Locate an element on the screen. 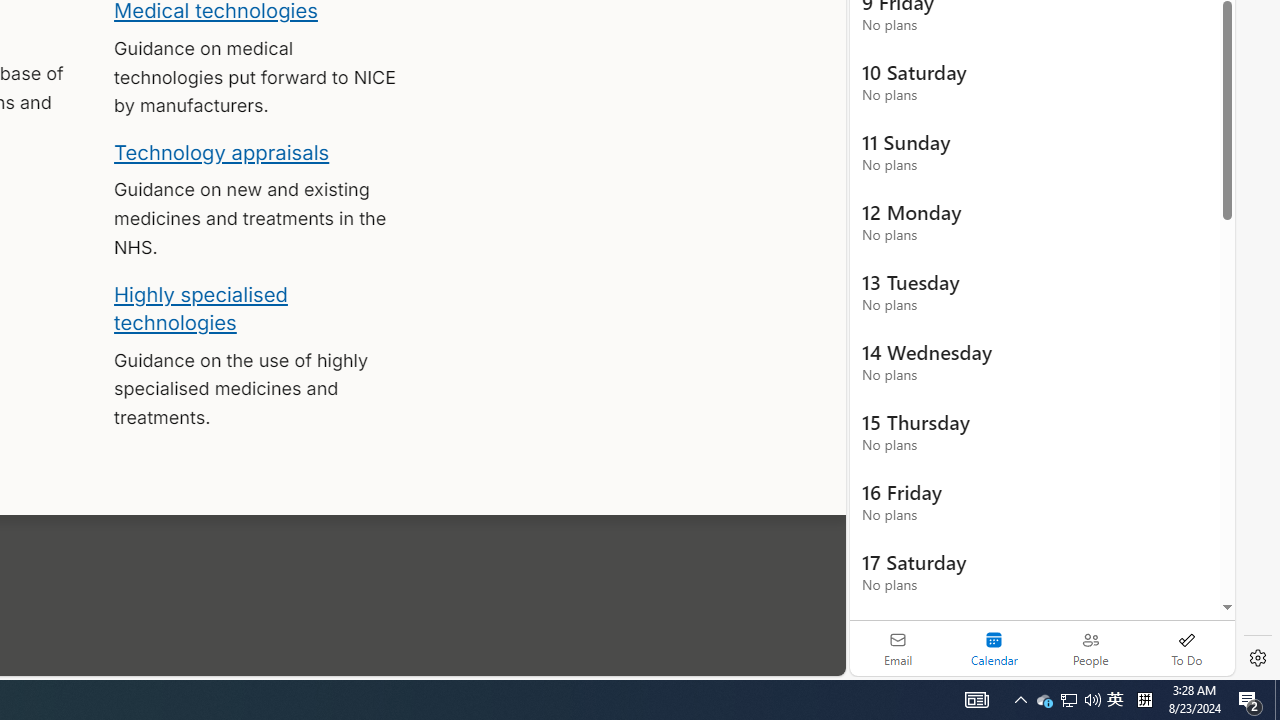  'To Do' is located at coordinates (1186, 648).